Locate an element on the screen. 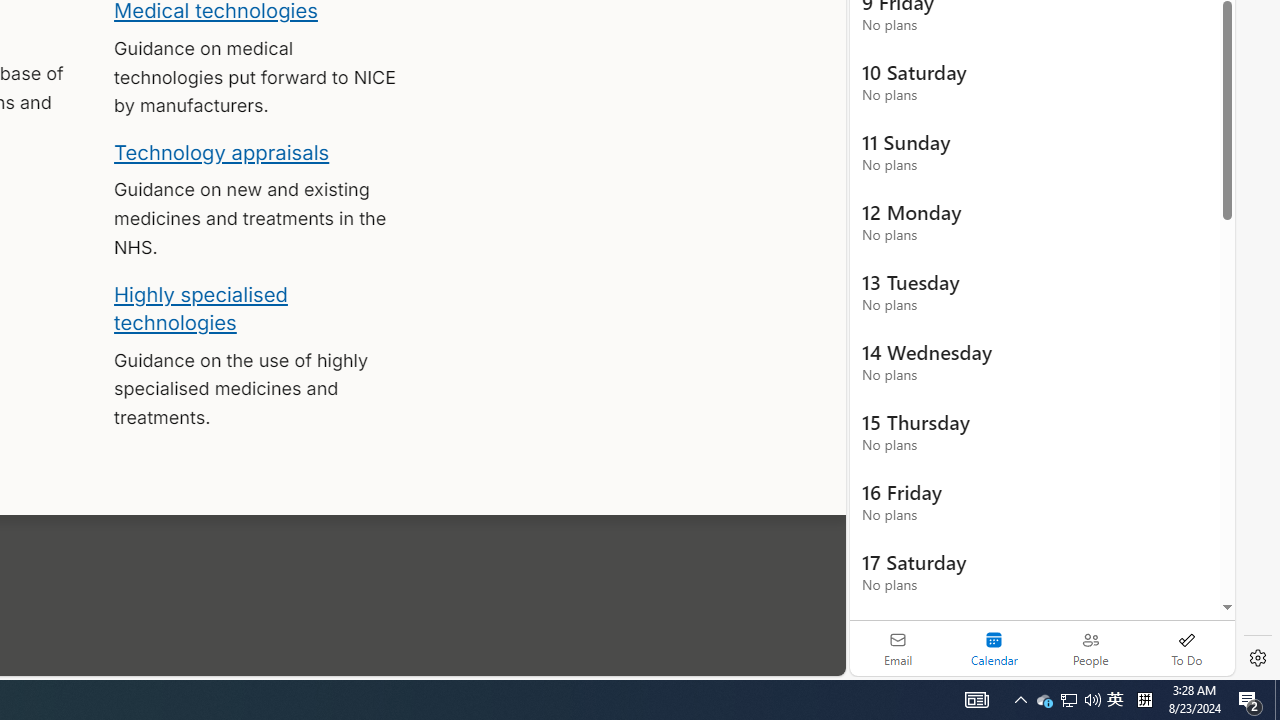  'To Do' is located at coordinates (1186, 648).